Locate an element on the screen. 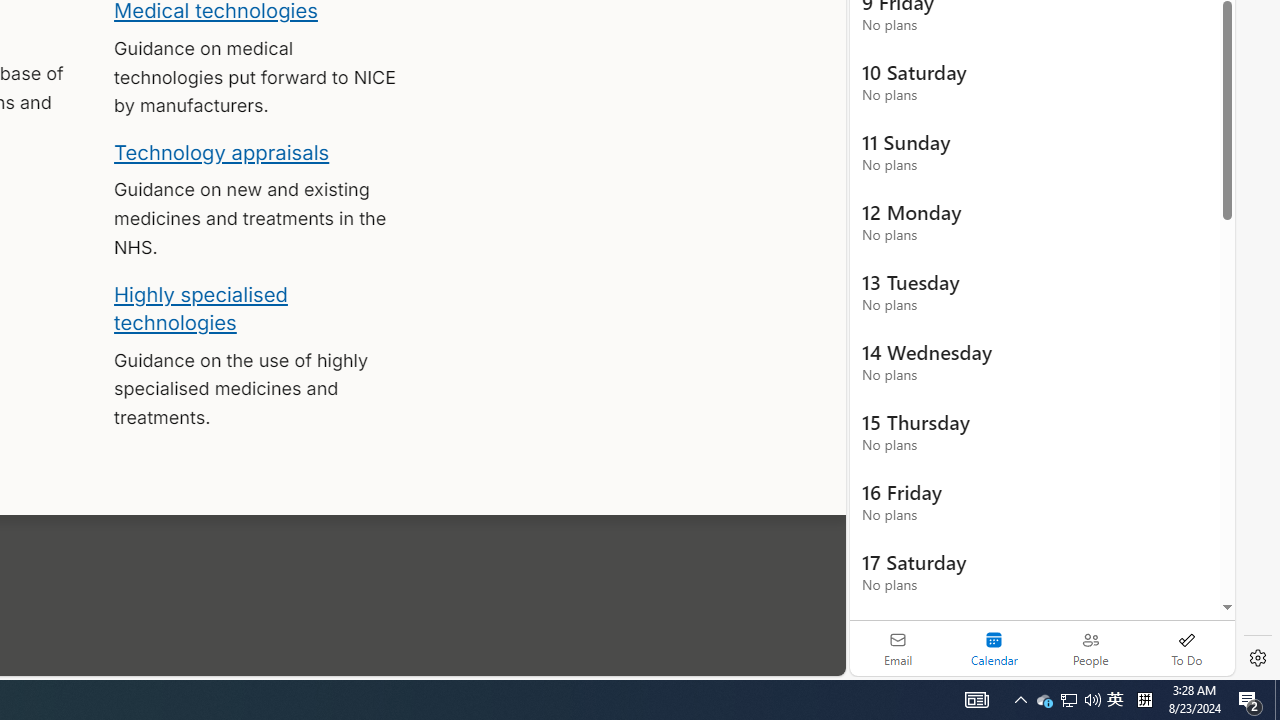  'To Do' is located at coordinates (1186, 648).